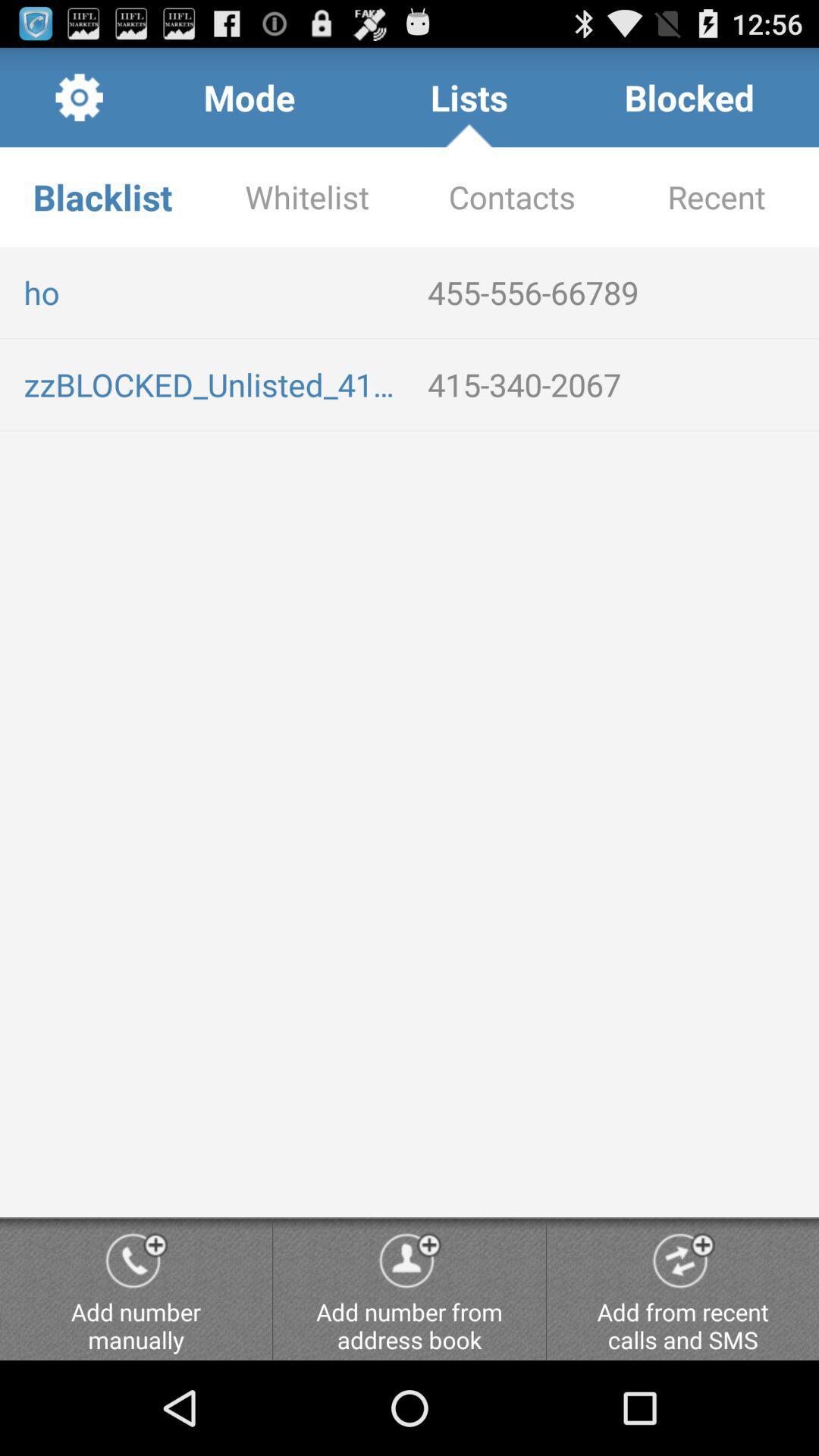 The height and width of the screenshot is (1456, 819). I want to click on item above the blacklist icon, so click(248, 96).